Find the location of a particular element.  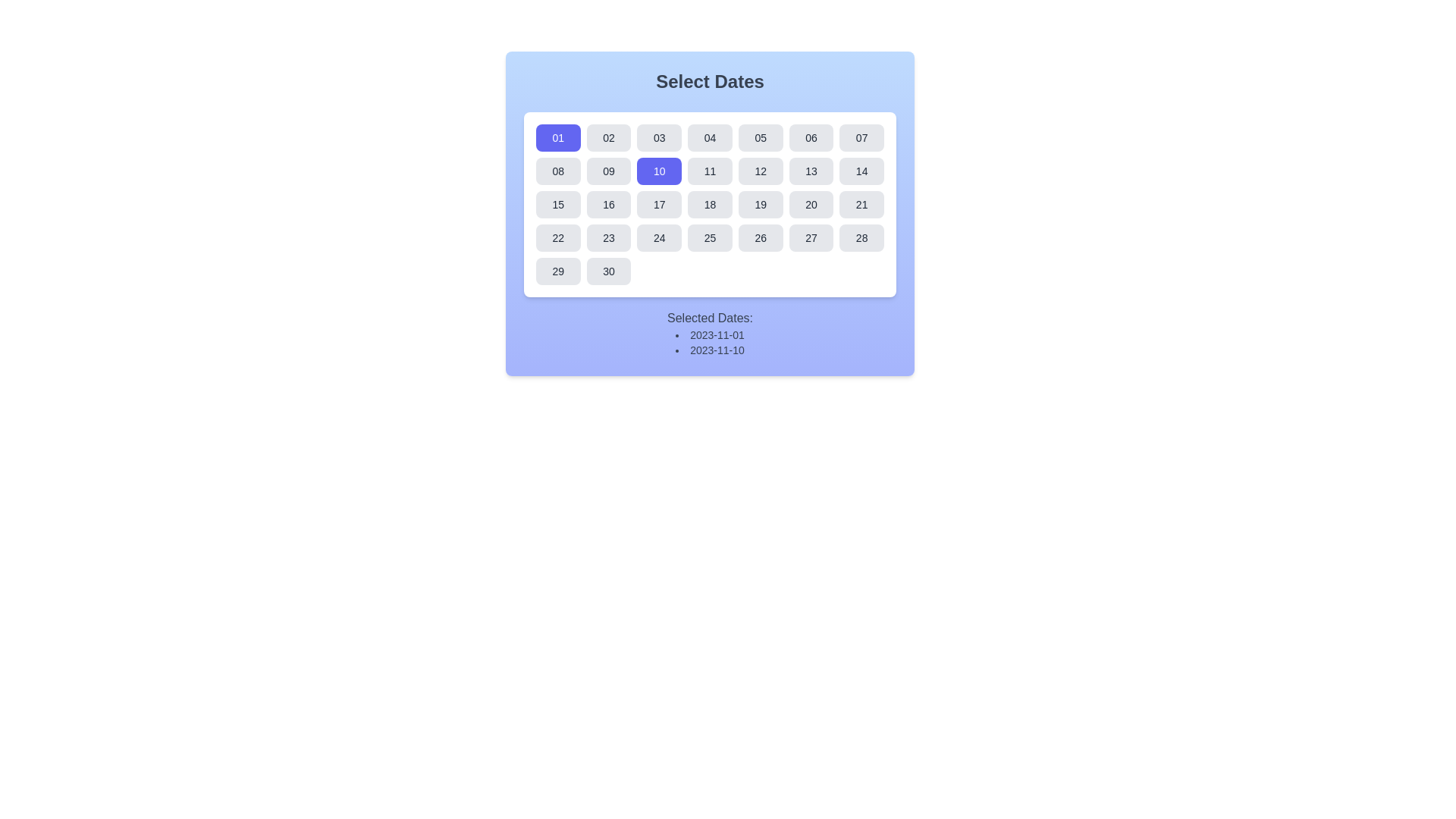

text content displayed for the selected date from the calendar interface, which is the second entry in a bulleted list beneath '2023-11-01' is located at coordinates (709, 350).